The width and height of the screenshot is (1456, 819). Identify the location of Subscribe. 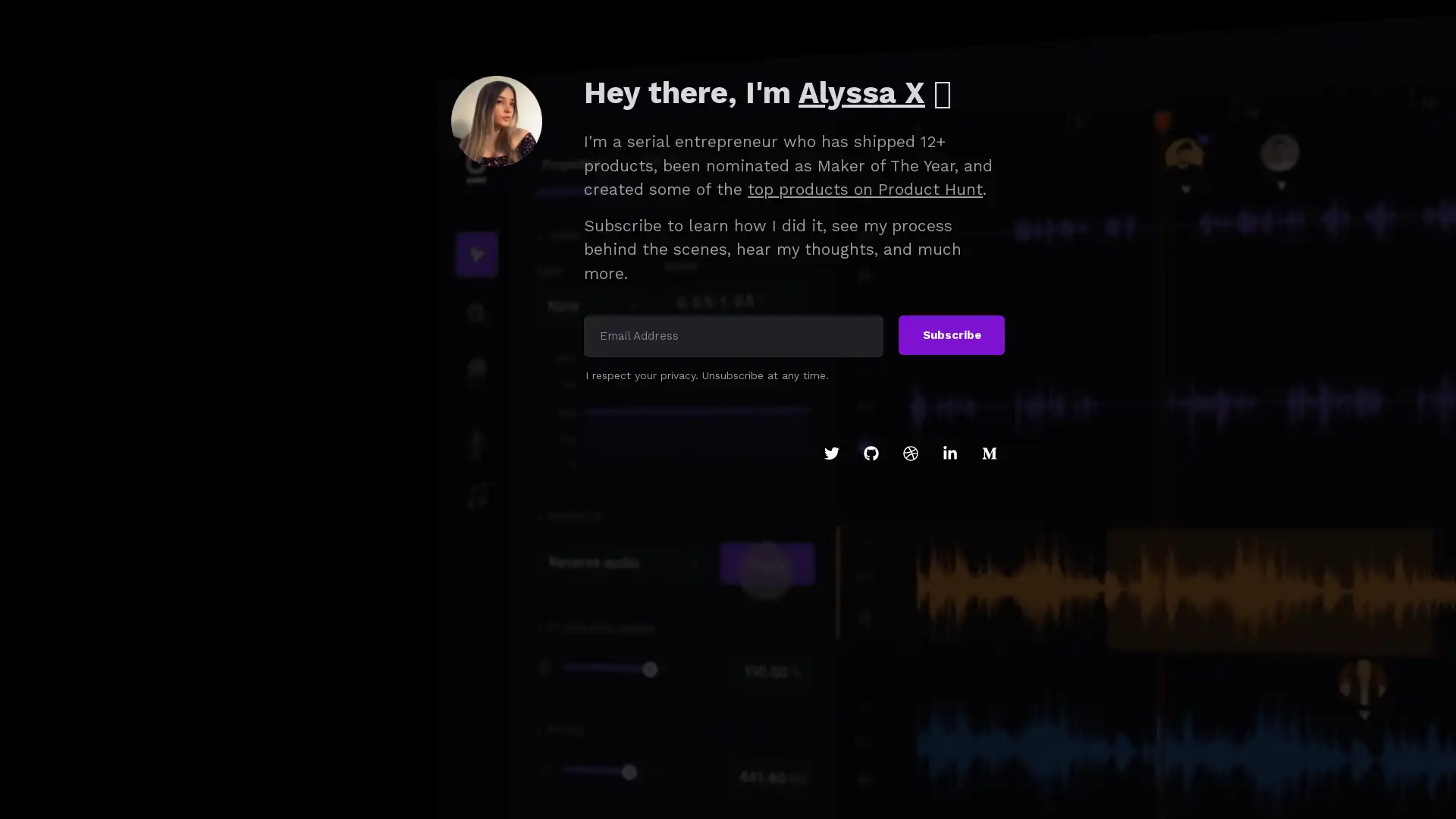
(950, 334).